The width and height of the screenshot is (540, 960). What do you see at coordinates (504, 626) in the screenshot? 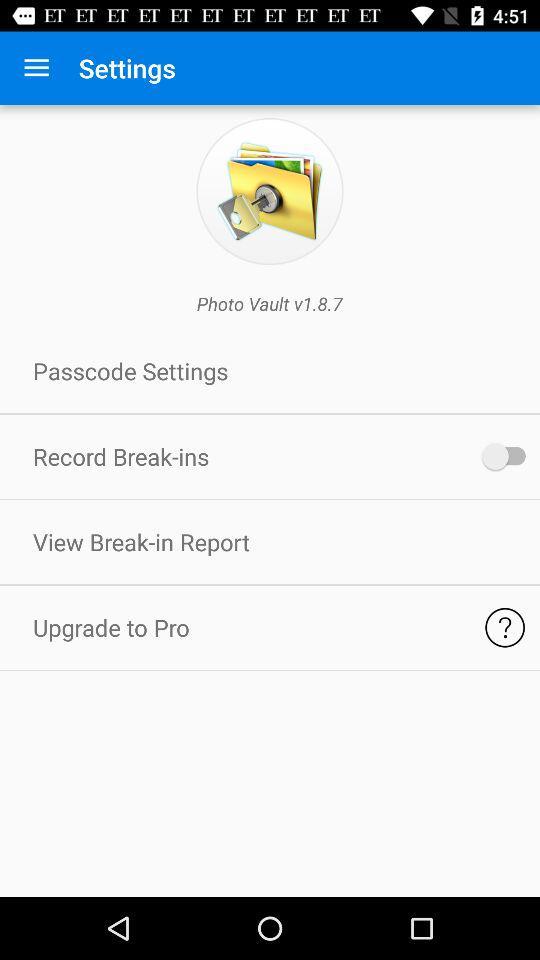
I see `help button` at bounding box center [504, 626].